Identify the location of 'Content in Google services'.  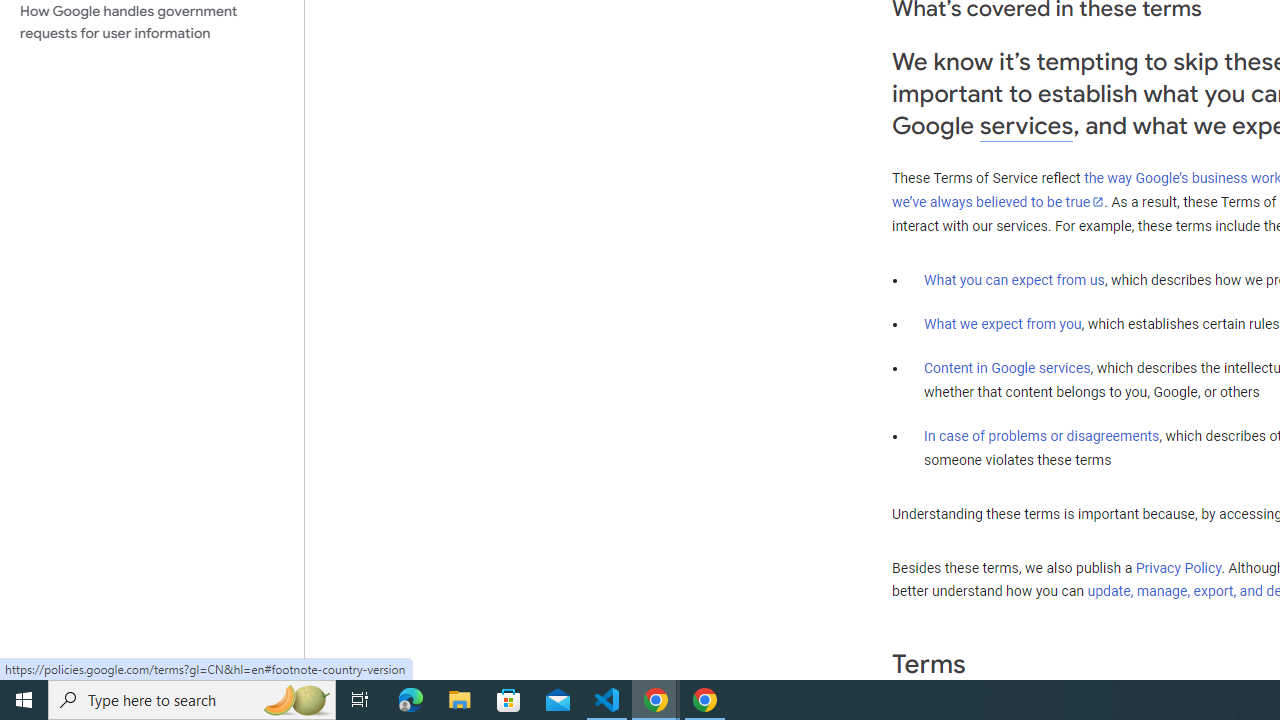
(1007, 368).